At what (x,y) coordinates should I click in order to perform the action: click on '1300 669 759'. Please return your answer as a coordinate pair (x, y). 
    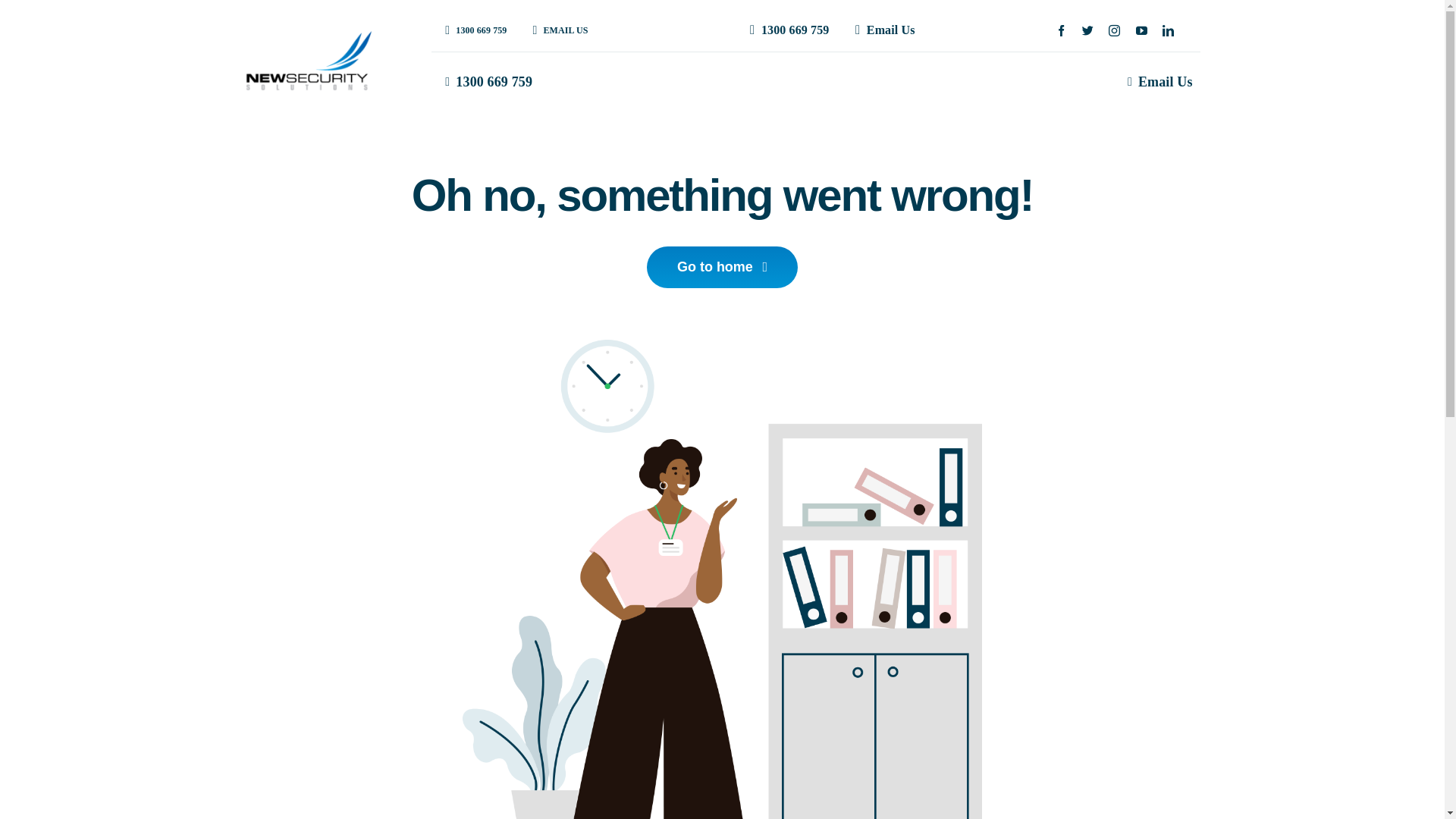
    Looking at the image, I should click on (786, 30).